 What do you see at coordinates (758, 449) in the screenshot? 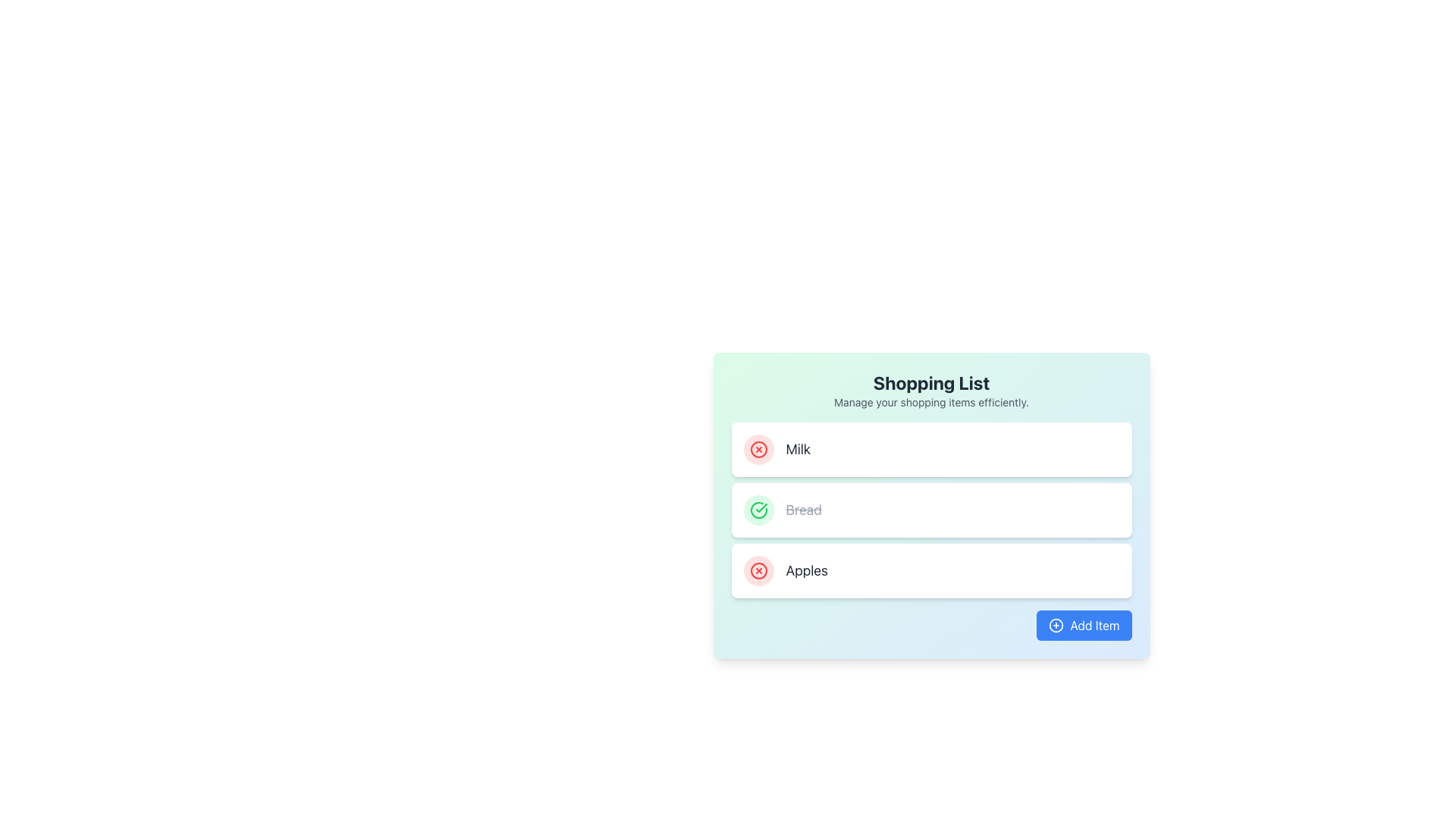
I see `the circular button with a red border and a red 'X' icon, which is the first button on the left of the text 'Milk' in the vertically stacked list` at bounding box center [758, 449].